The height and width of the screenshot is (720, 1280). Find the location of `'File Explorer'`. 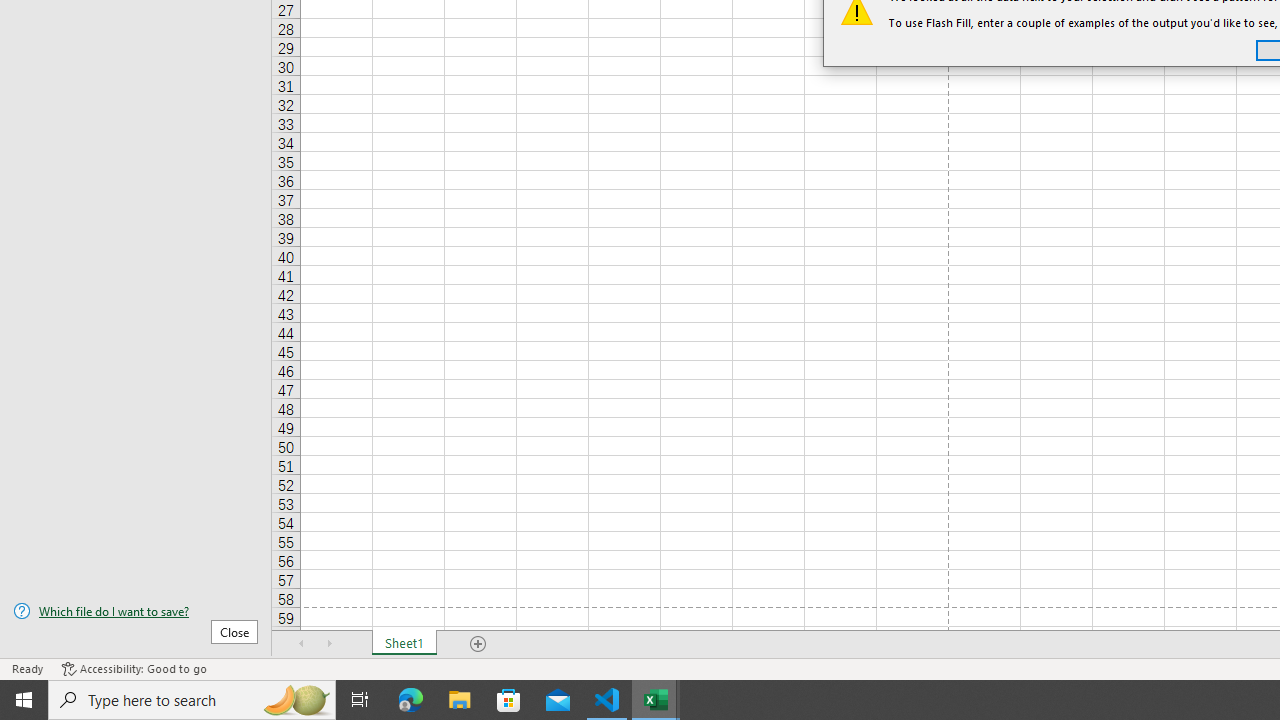

'File Explorer' is located at coordinates (459, 698).